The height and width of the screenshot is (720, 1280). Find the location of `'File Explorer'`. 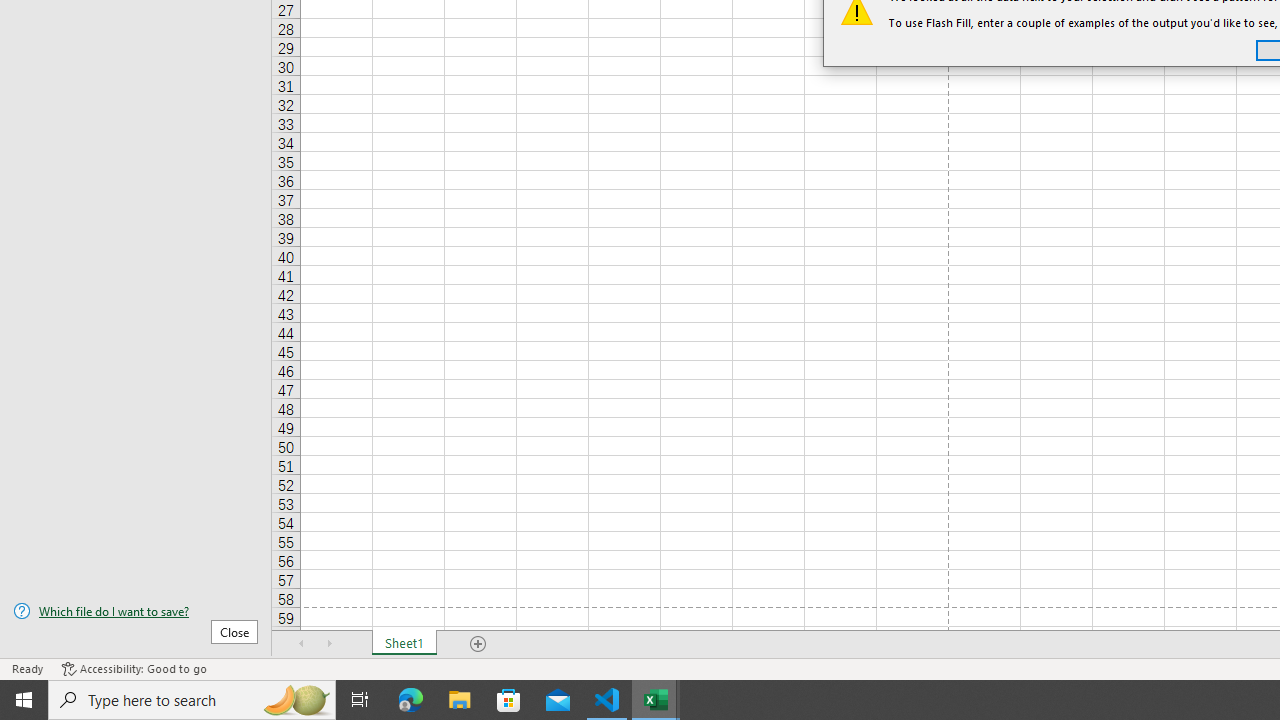

'File Explorer' is located at coordinates (459, 698).